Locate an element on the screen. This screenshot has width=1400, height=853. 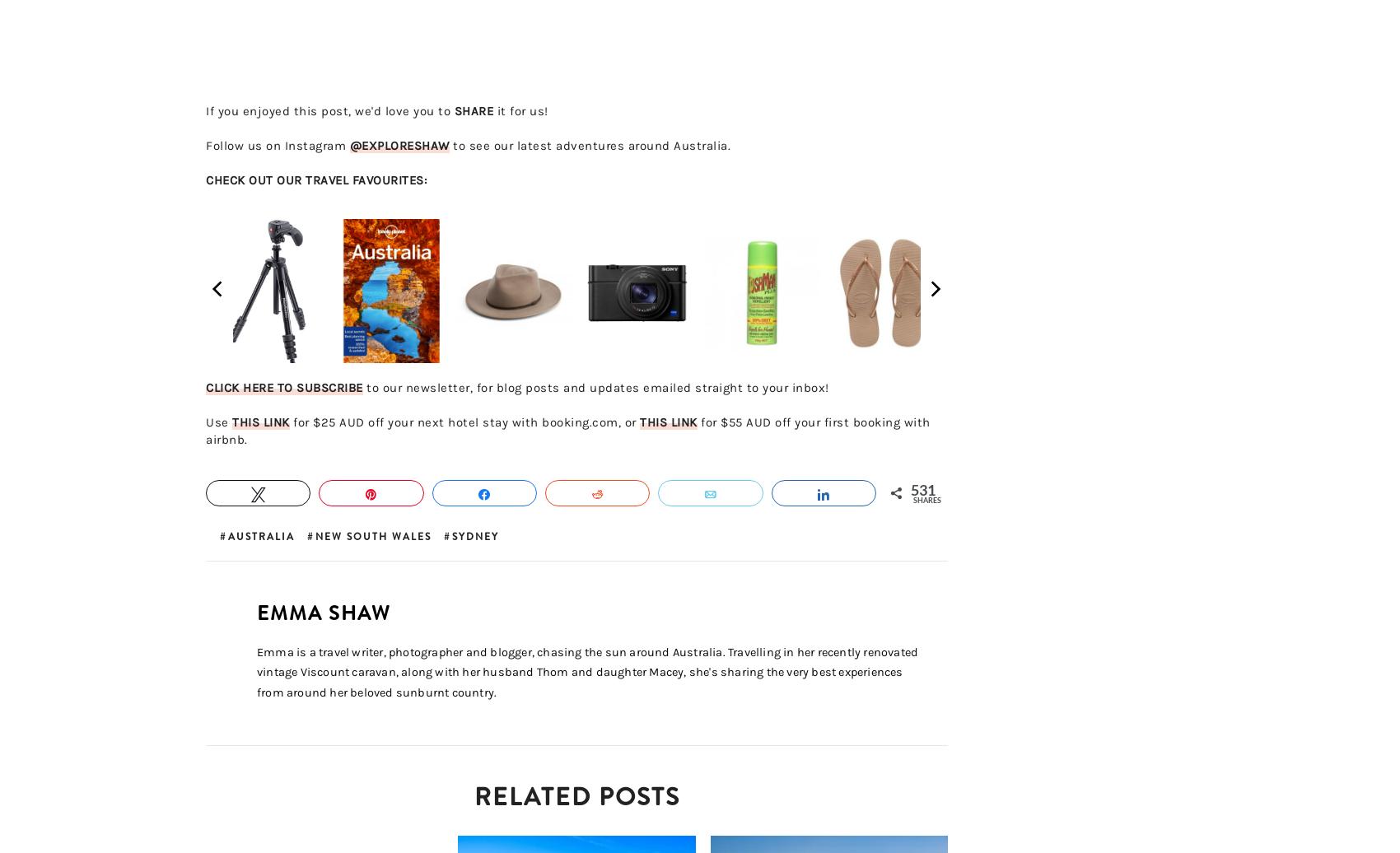
'Australia' is located at coordinates (261, 536).